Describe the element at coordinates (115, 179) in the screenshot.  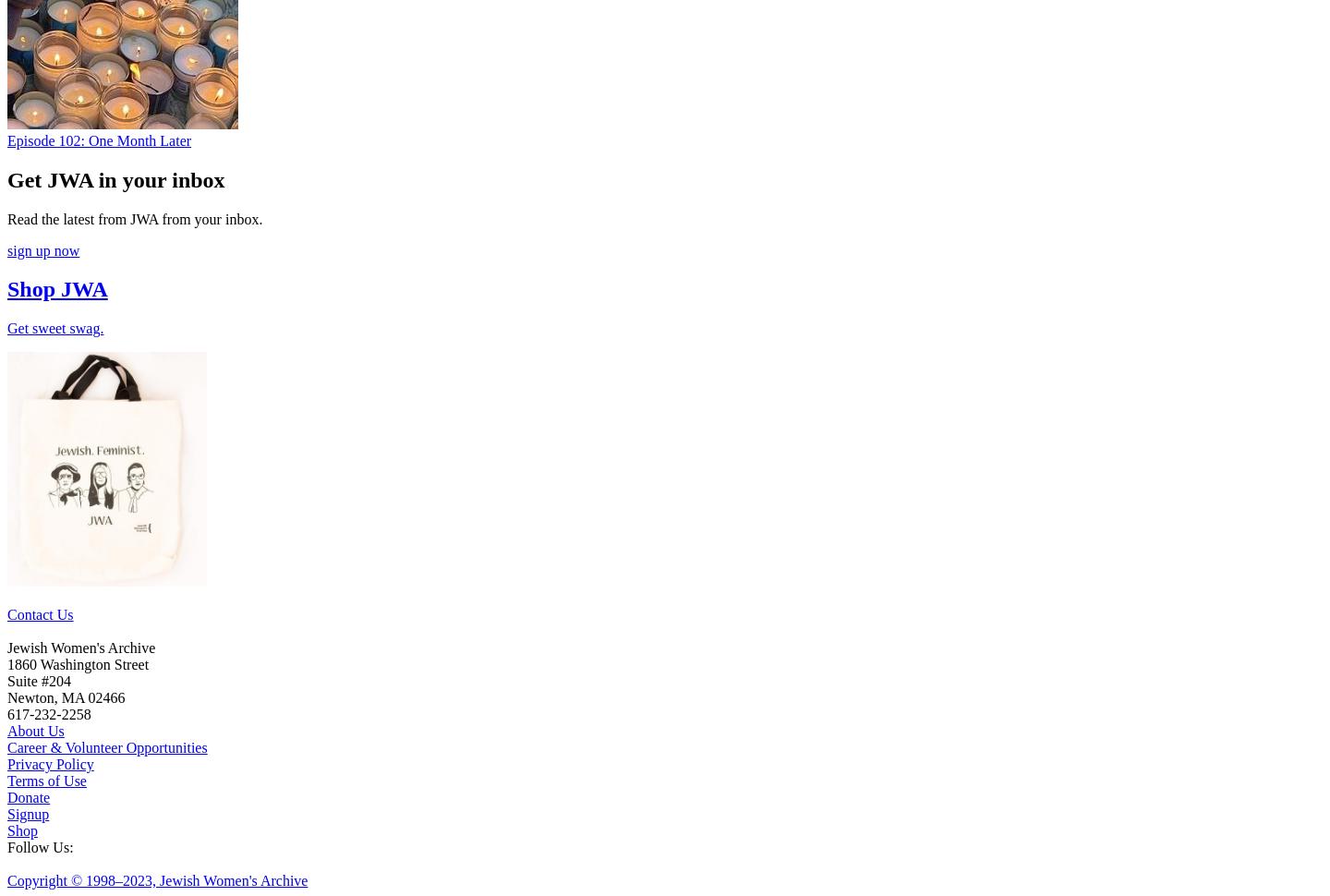
I see `'Get JWA in your inbox'` at that location.